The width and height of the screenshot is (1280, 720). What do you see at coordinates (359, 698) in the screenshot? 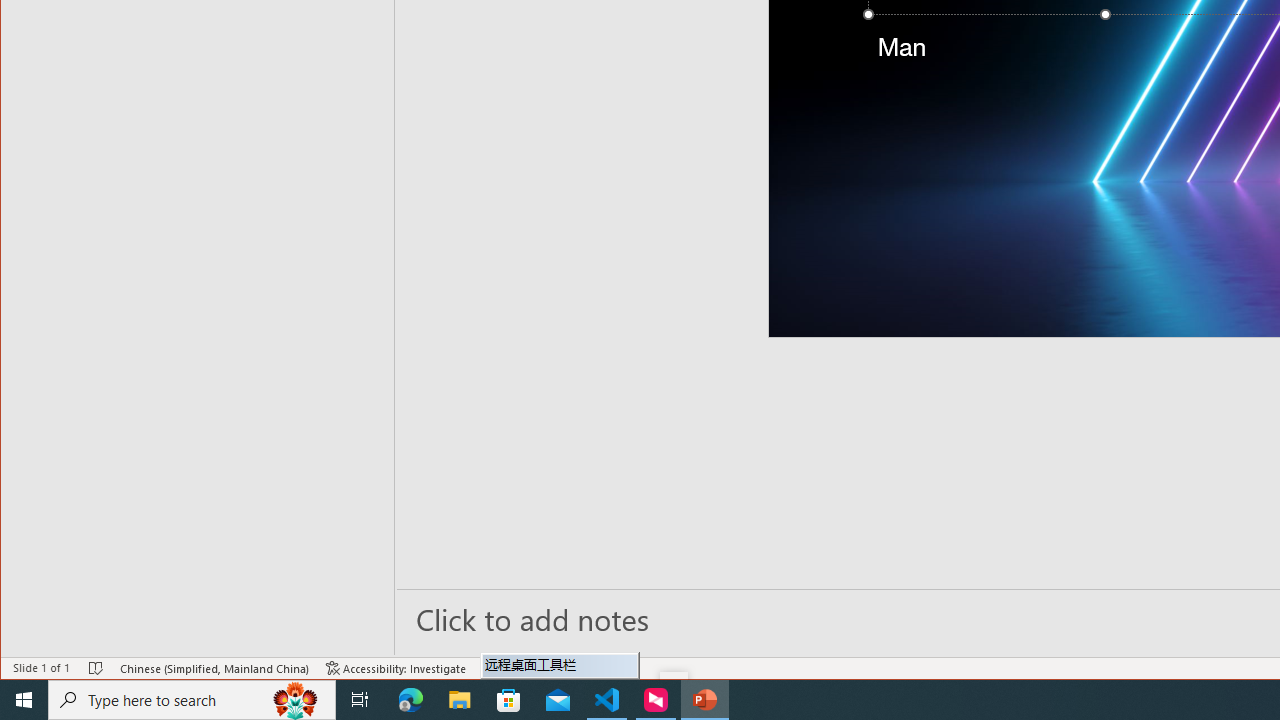
I see `'Task View'` at bounding box center [359, 698].